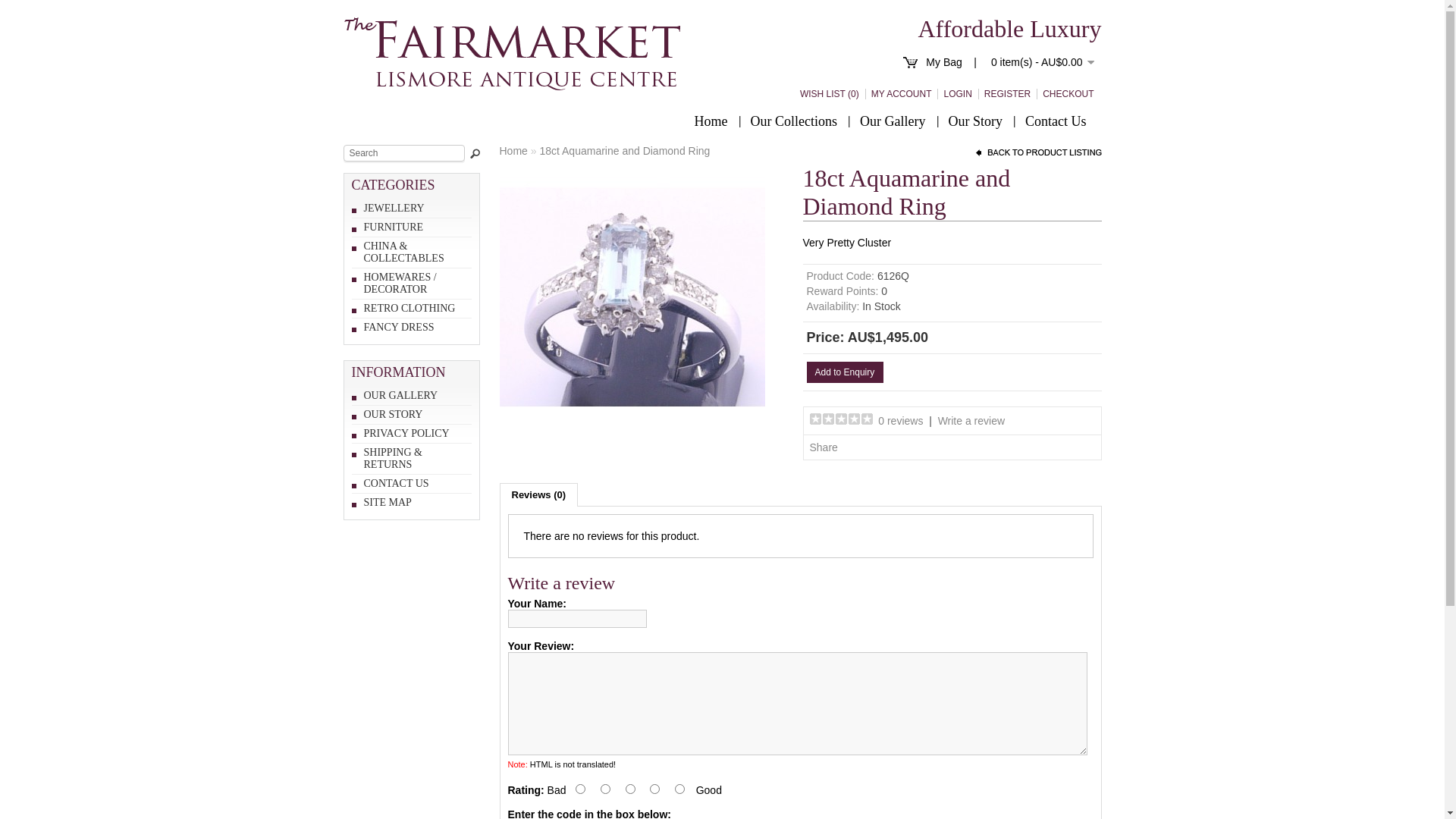  What do you see at coordinates (512, 52) in the screenshot?
I see `'The Fairmarket Lismore Antique Centre'` at bounding box center [512, 52].